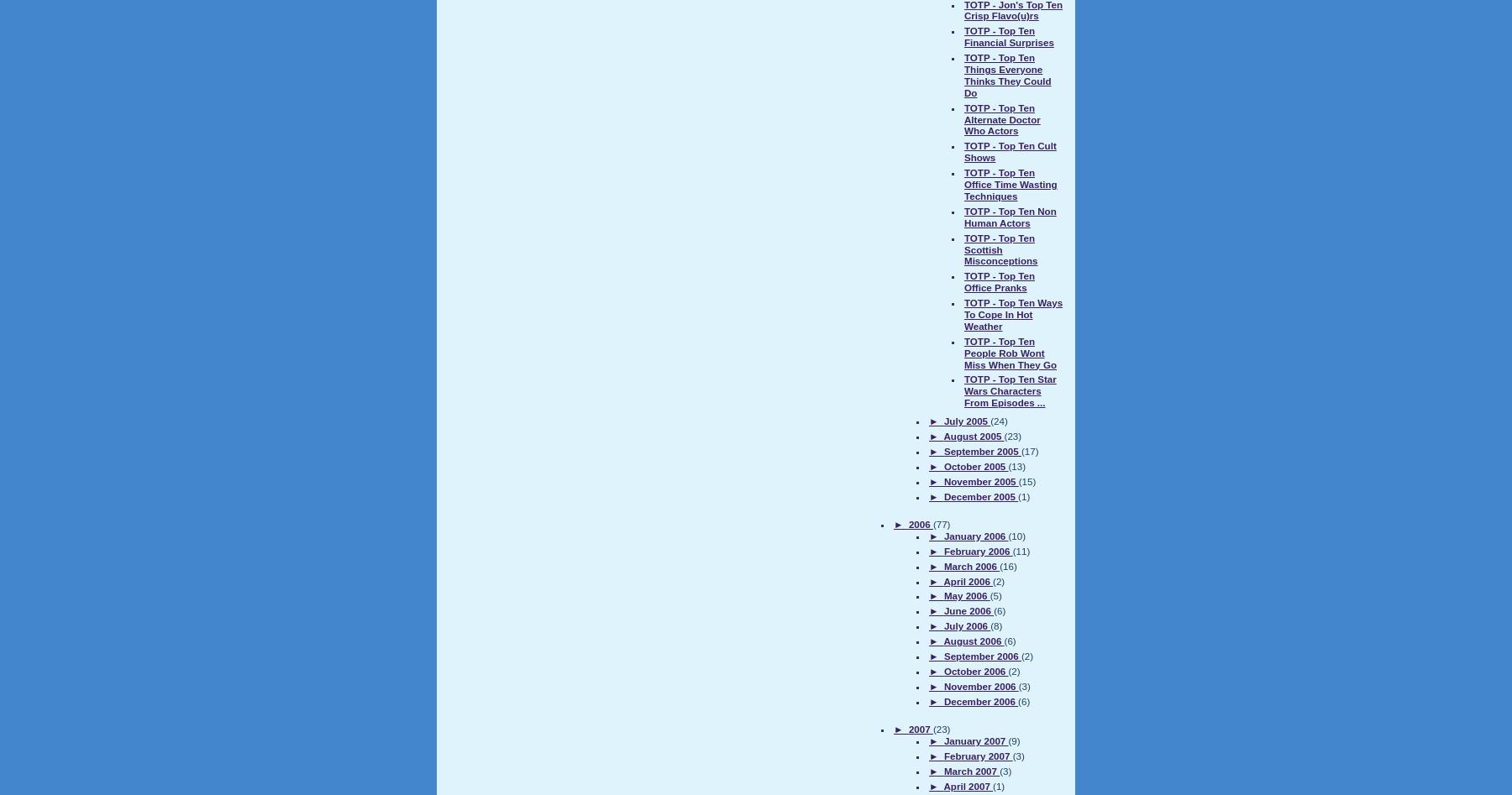 This screenshot has width=1512, height=795. Describe the element at coordinates (967, 579) in the screenshot. I see `'April 2006'` at that location.